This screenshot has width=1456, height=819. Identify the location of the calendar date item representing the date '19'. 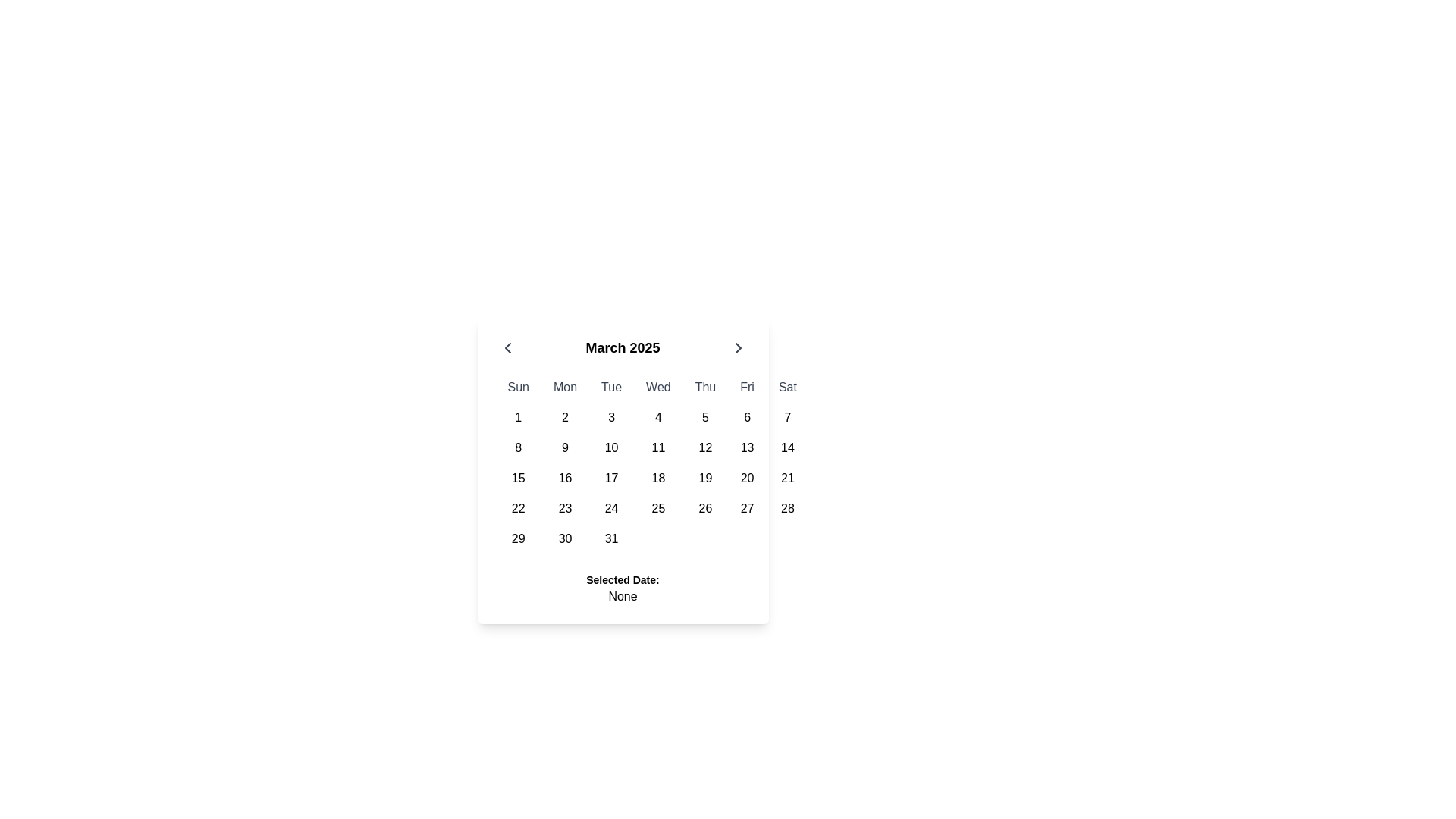
(704, 479).